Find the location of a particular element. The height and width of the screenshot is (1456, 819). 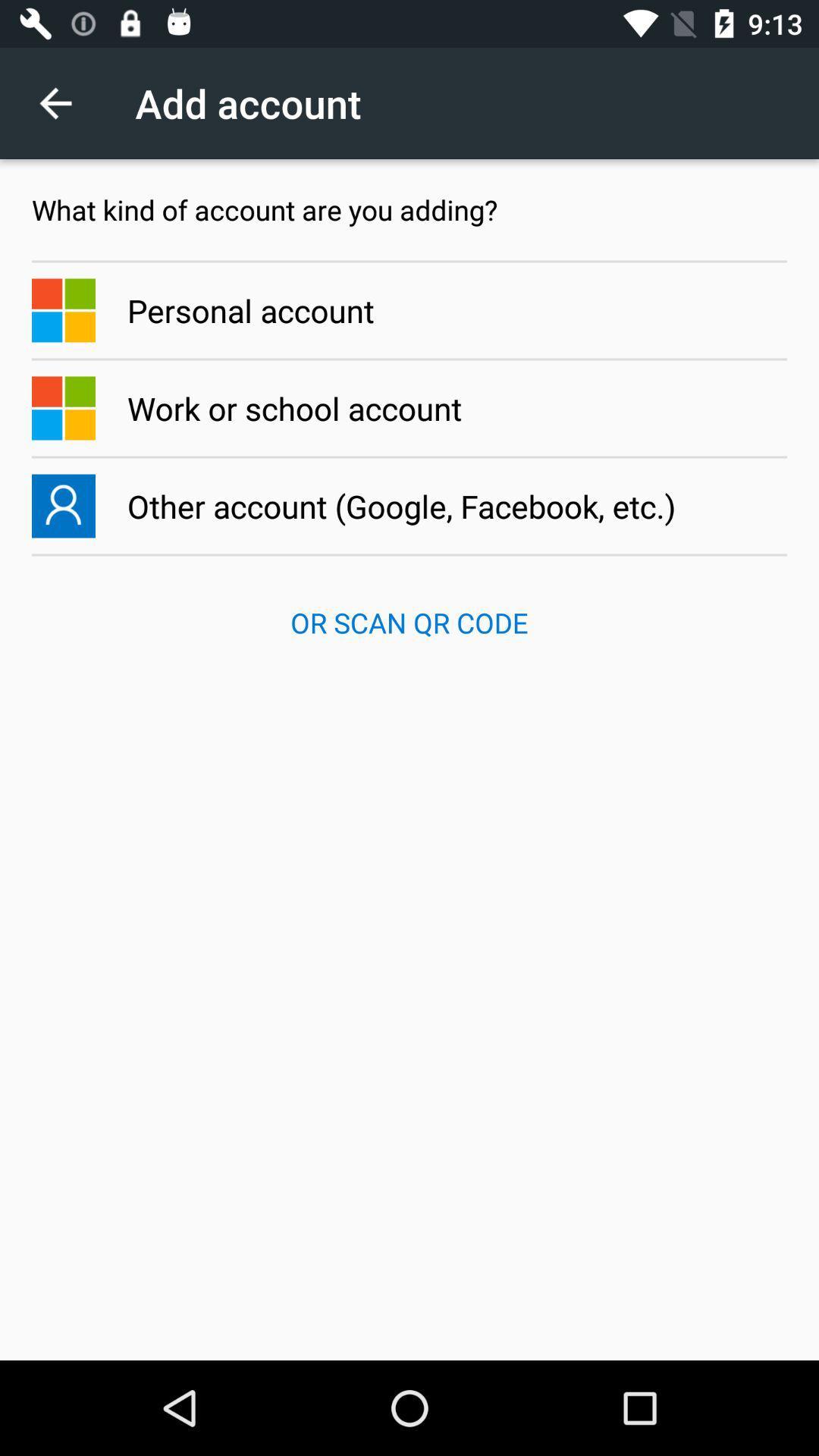

the or scan qr app is located at coordinates (409, 623).